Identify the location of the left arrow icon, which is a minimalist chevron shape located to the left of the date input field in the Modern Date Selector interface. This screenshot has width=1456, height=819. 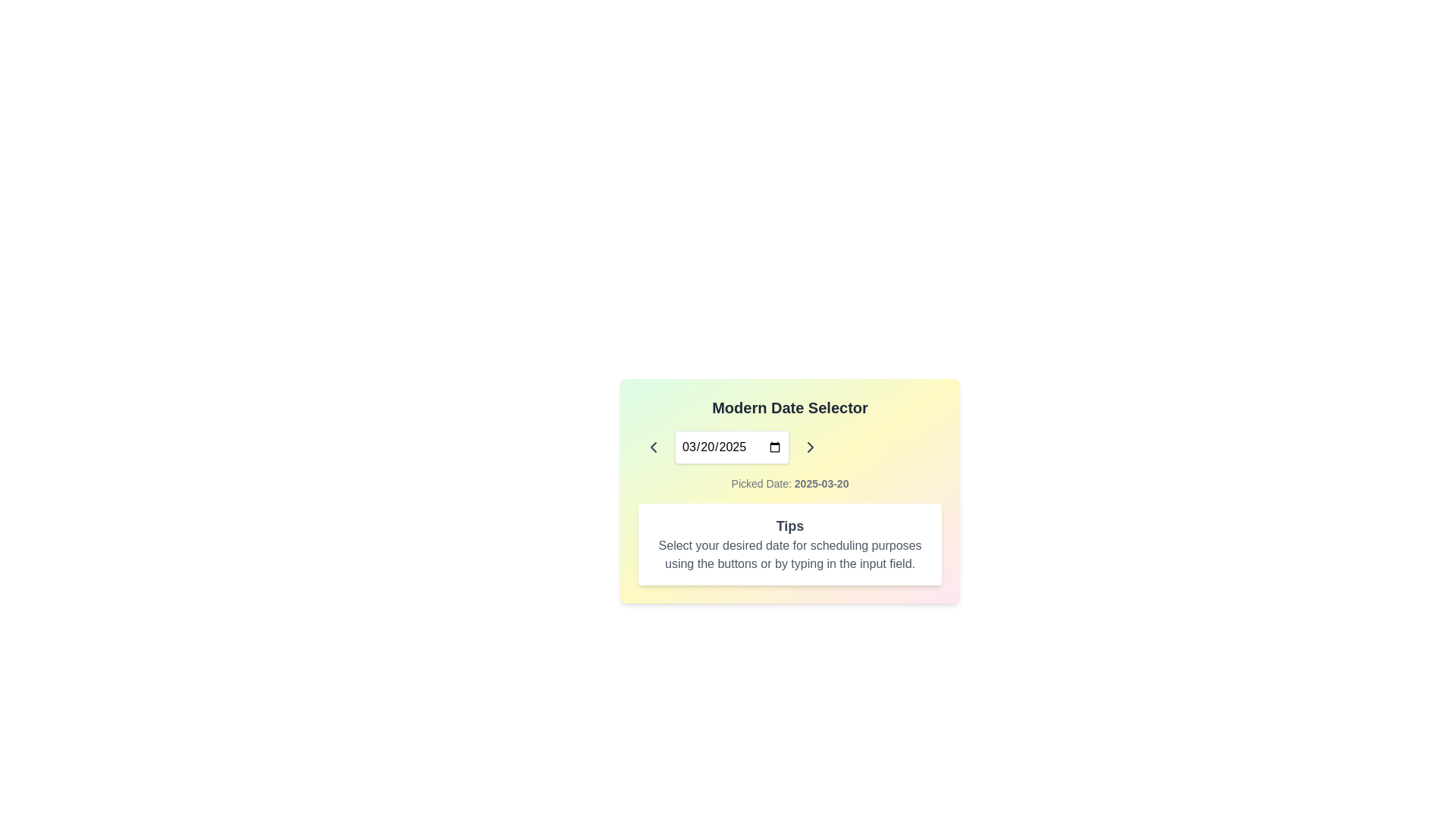
(654, 447).